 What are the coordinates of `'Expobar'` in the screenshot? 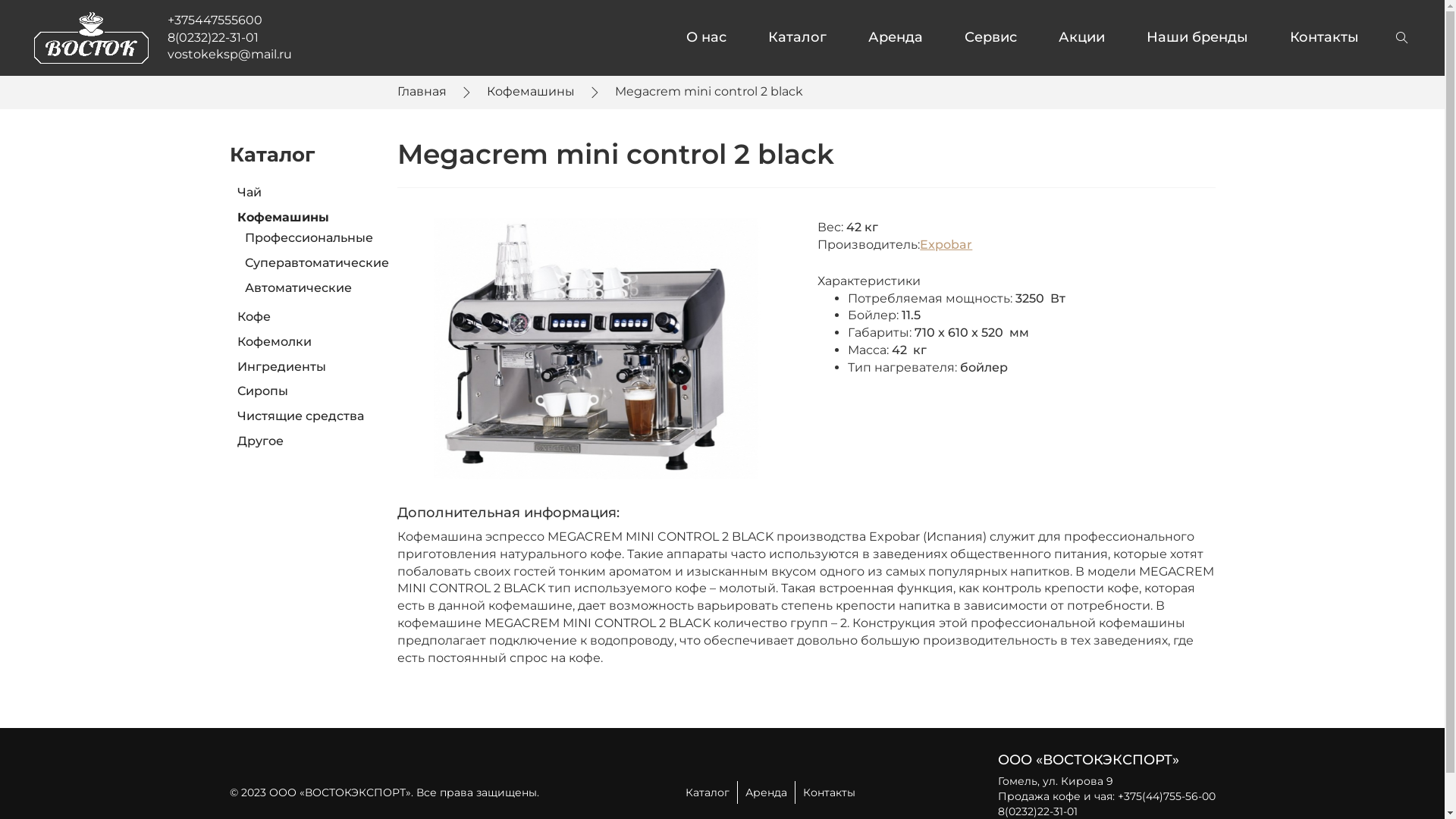 It's located at (945, 243).